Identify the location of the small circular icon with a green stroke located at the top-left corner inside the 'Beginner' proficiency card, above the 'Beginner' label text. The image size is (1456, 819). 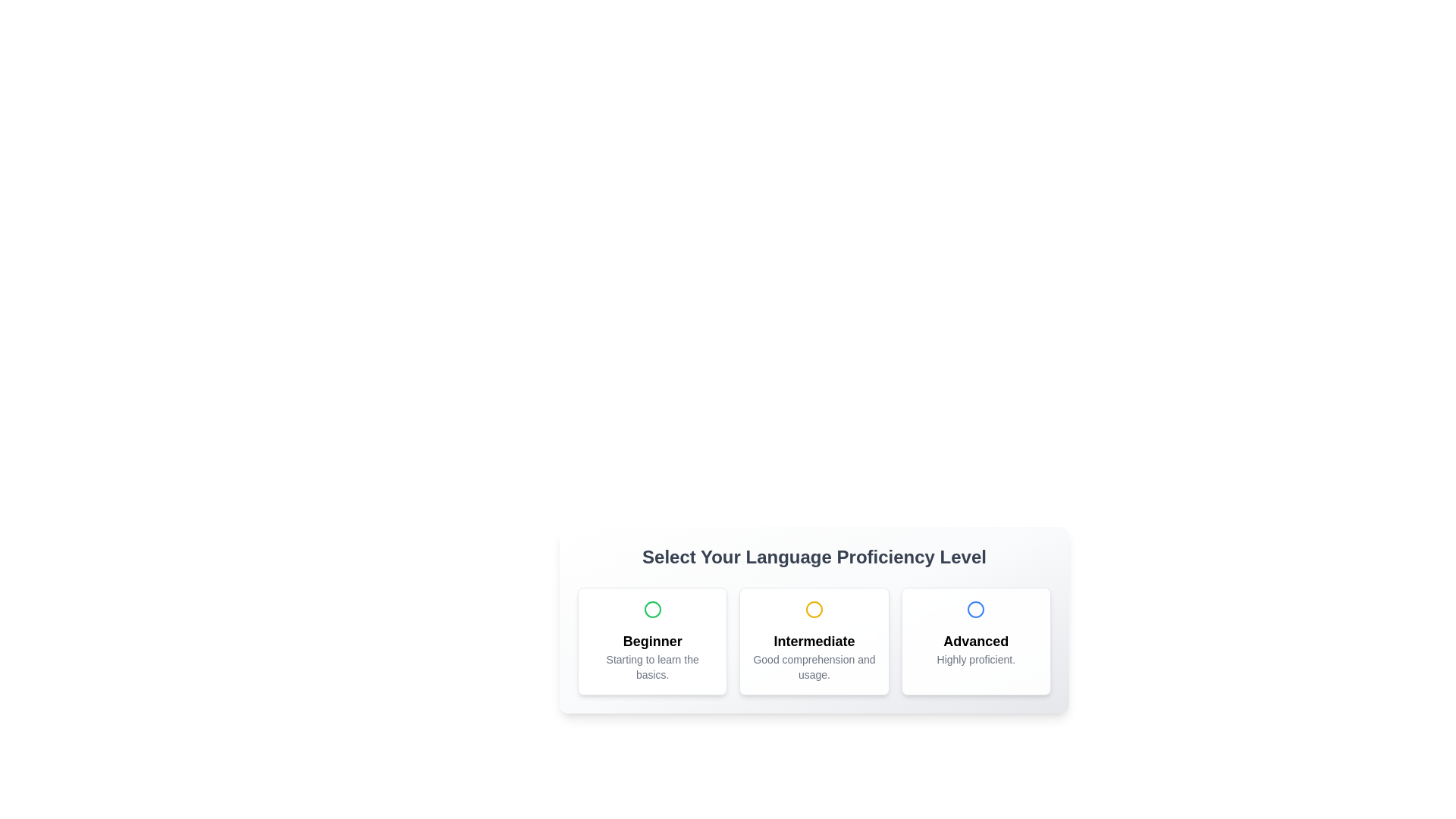
(652, 608).